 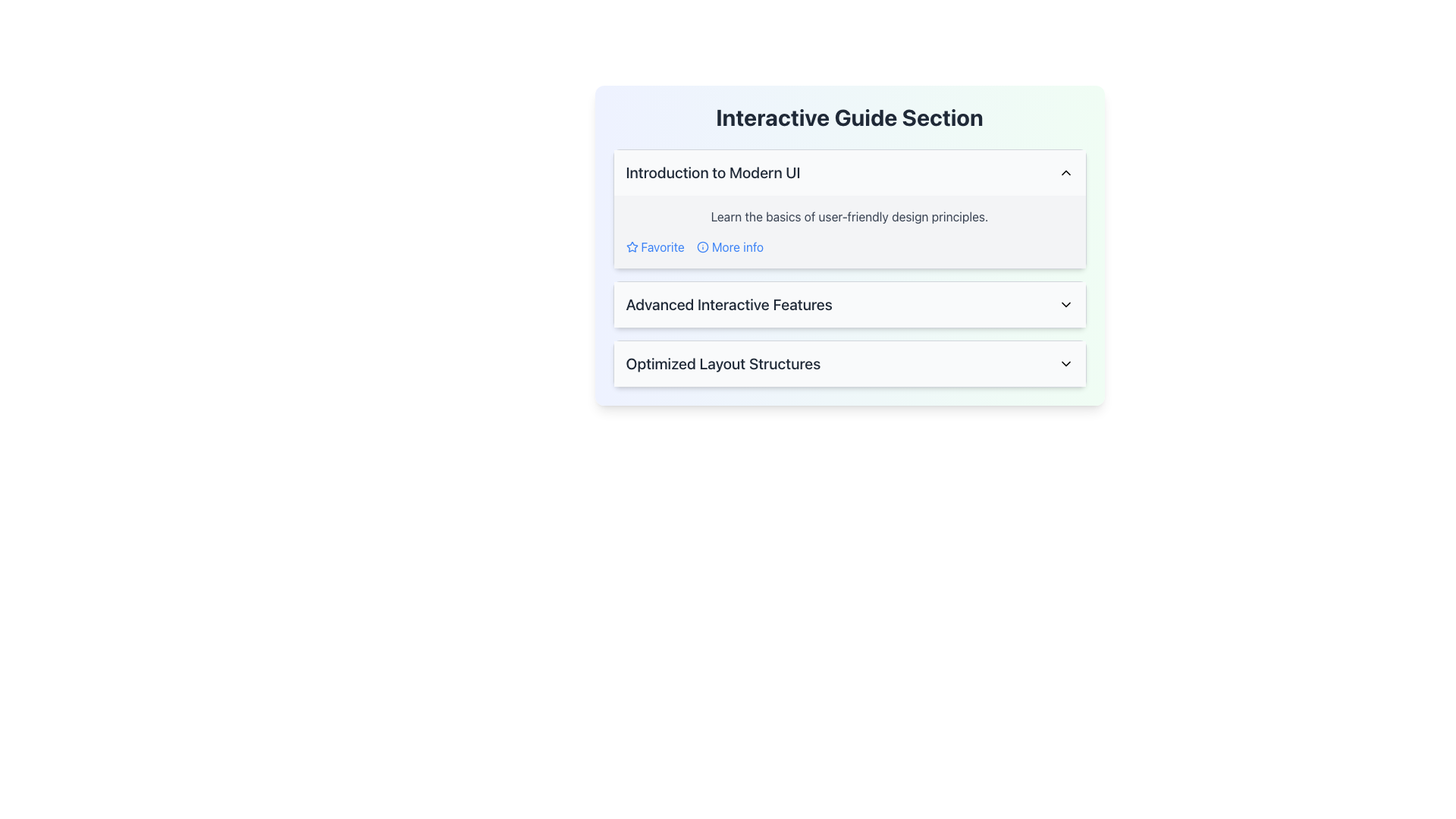 I want to click on the icon located at the right edge of the 'Advanced Interactive Features' section, so click(x=1065, y=304).